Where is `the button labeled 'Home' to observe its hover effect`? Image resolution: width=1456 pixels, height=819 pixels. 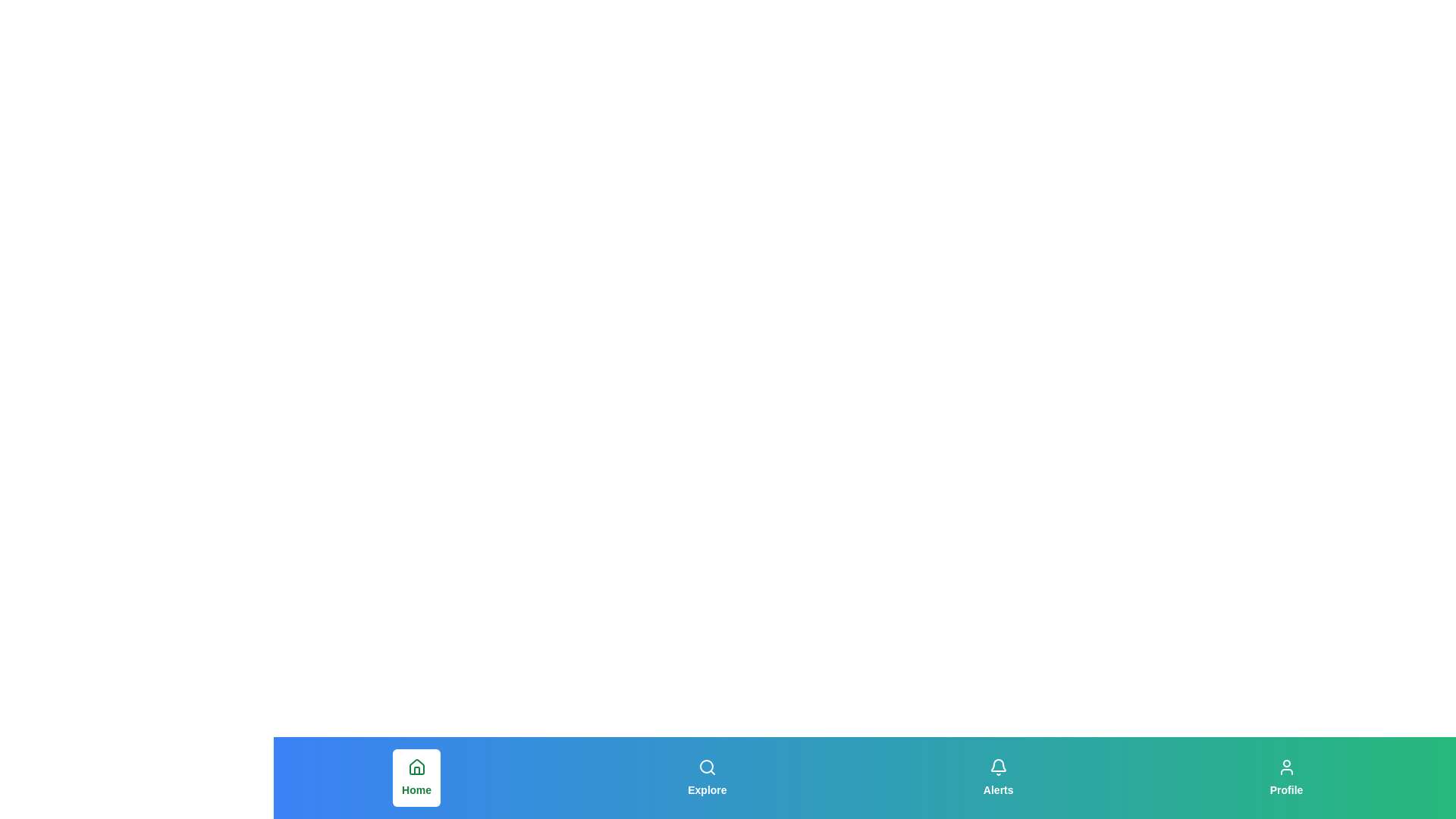
the button labeled 'Home' to observe its hover effect is located at coordinates (416, 778).